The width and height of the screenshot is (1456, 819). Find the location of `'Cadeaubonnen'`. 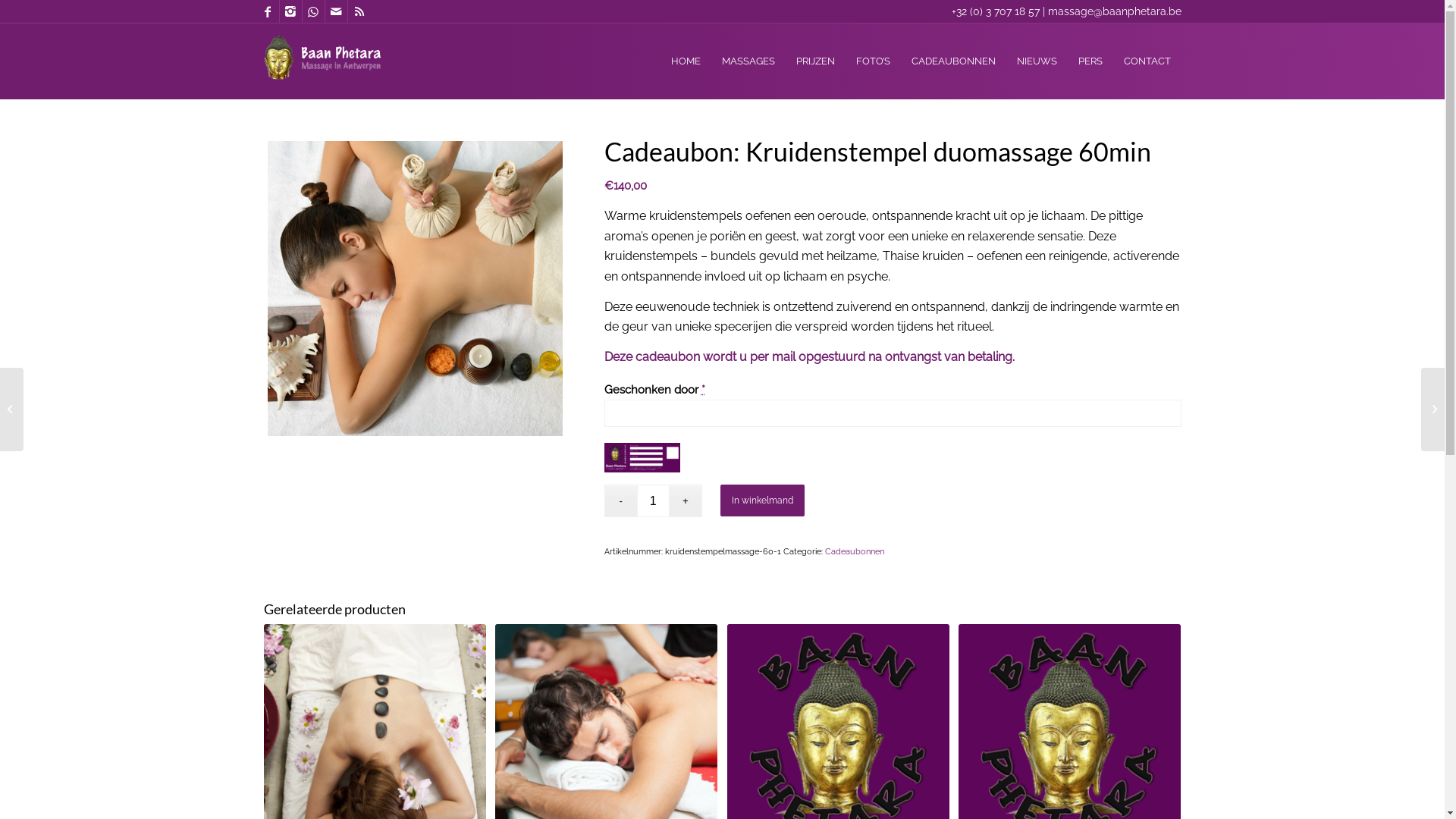

'Cadeaubonnen' is located at coordinates (824, 551).